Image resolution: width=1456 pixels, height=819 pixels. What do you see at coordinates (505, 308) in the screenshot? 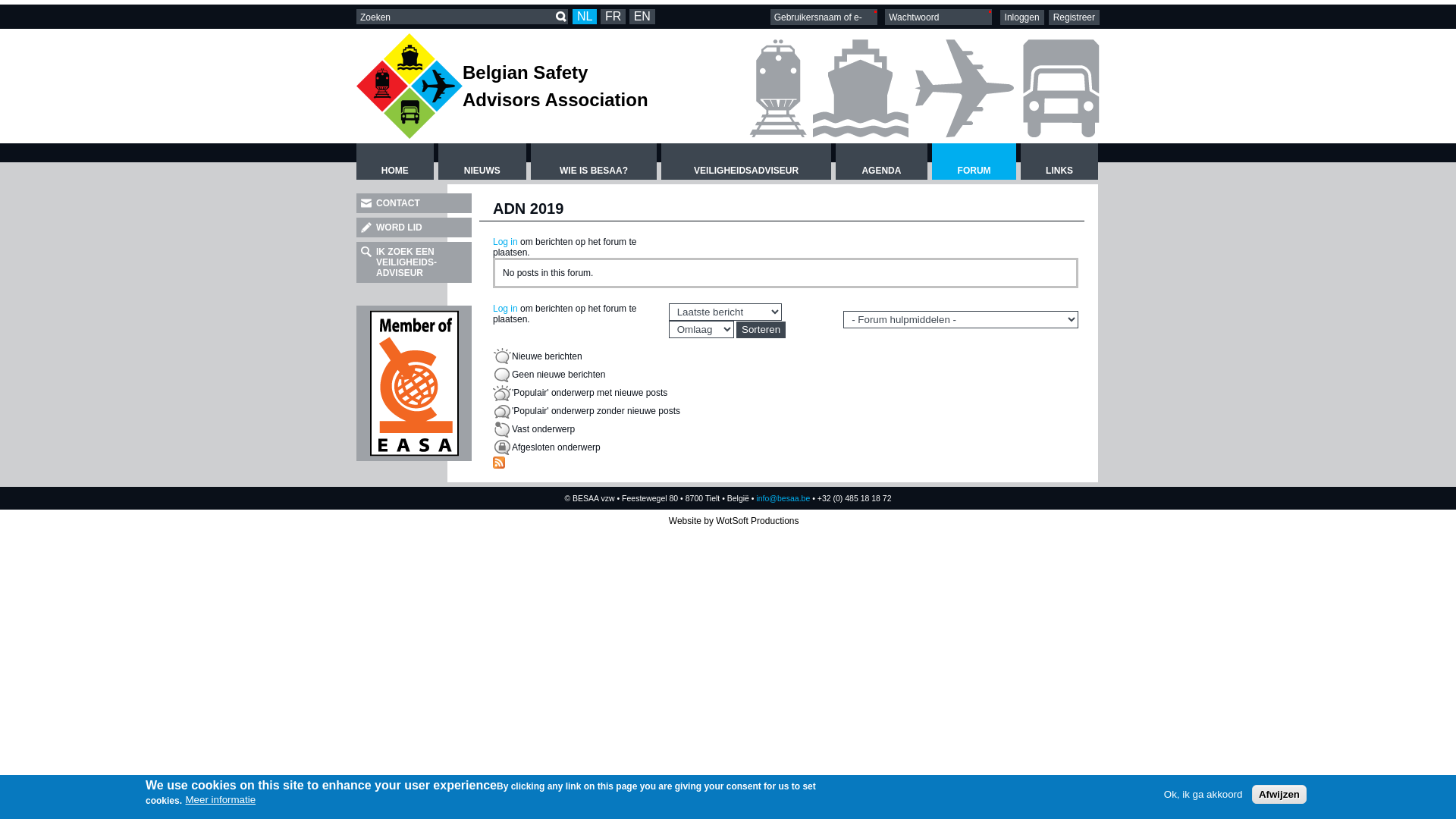
I see `'Log in'` at bounding box center [505, 308].